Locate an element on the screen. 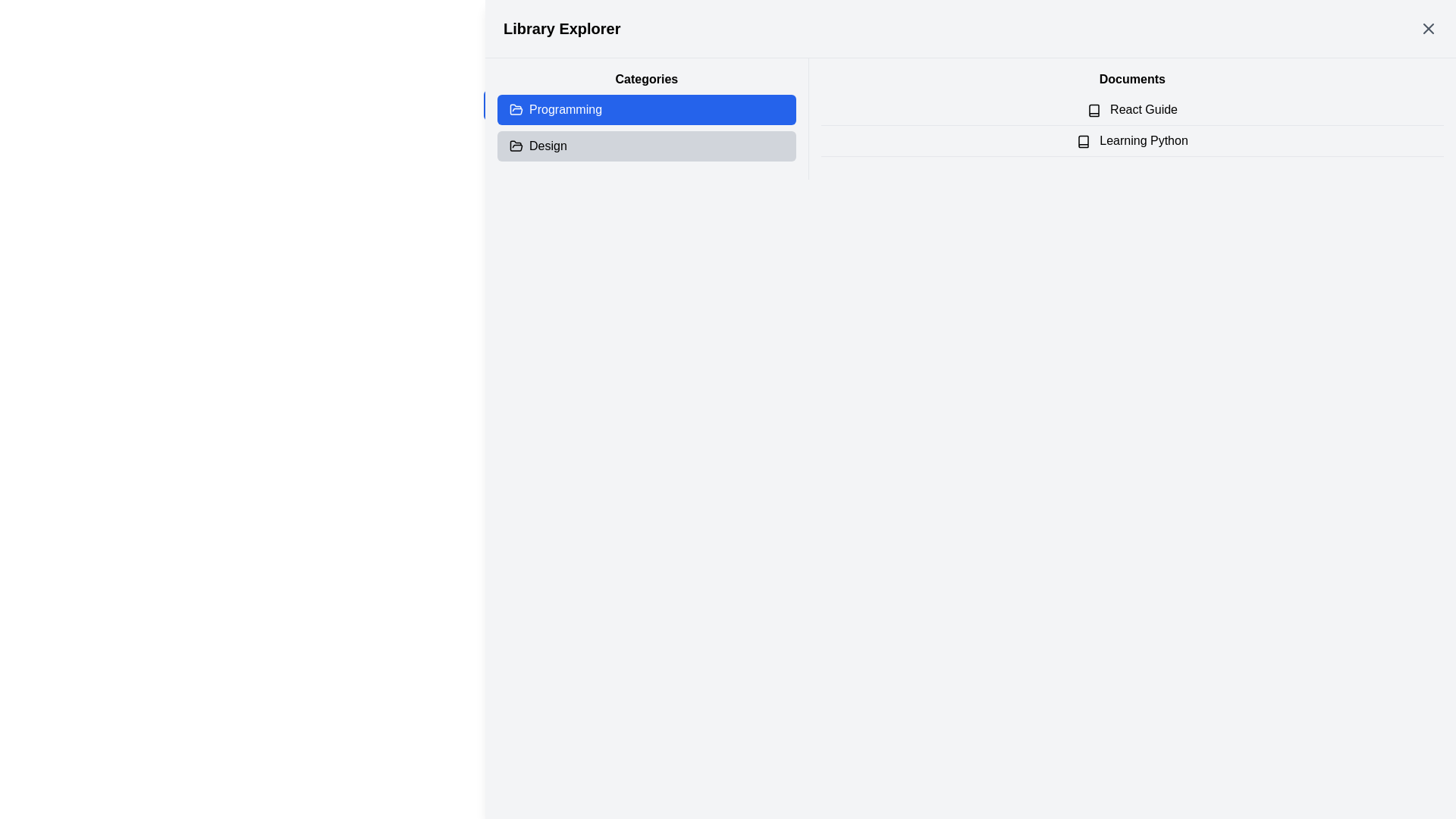 The width and height of the screenshot is (1456, 819). the bold, prominent static text displaying 'Library Explorer' located at the top-left section of the header is located at coordinates (561, 29).